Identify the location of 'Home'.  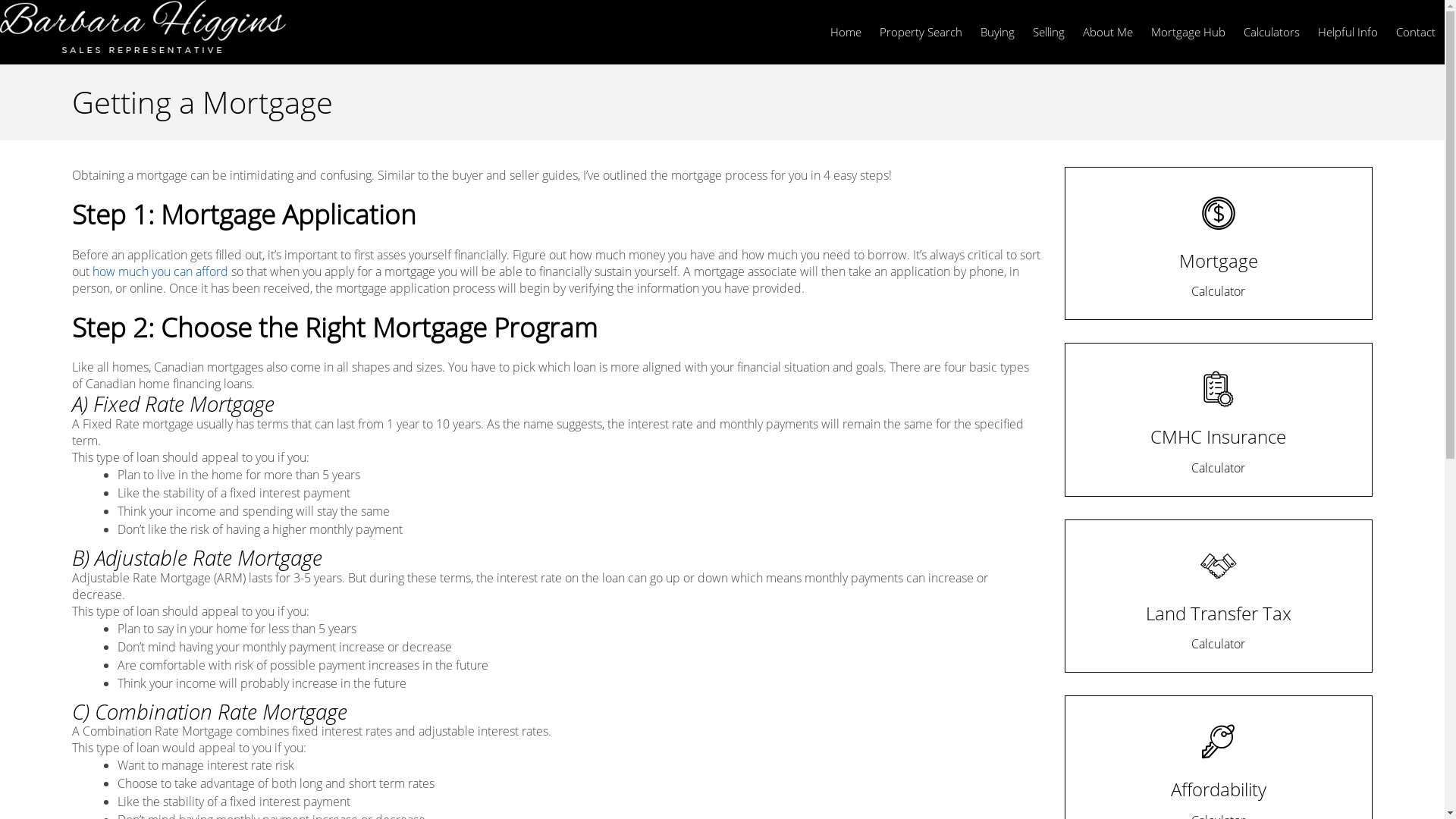
(845, 32).